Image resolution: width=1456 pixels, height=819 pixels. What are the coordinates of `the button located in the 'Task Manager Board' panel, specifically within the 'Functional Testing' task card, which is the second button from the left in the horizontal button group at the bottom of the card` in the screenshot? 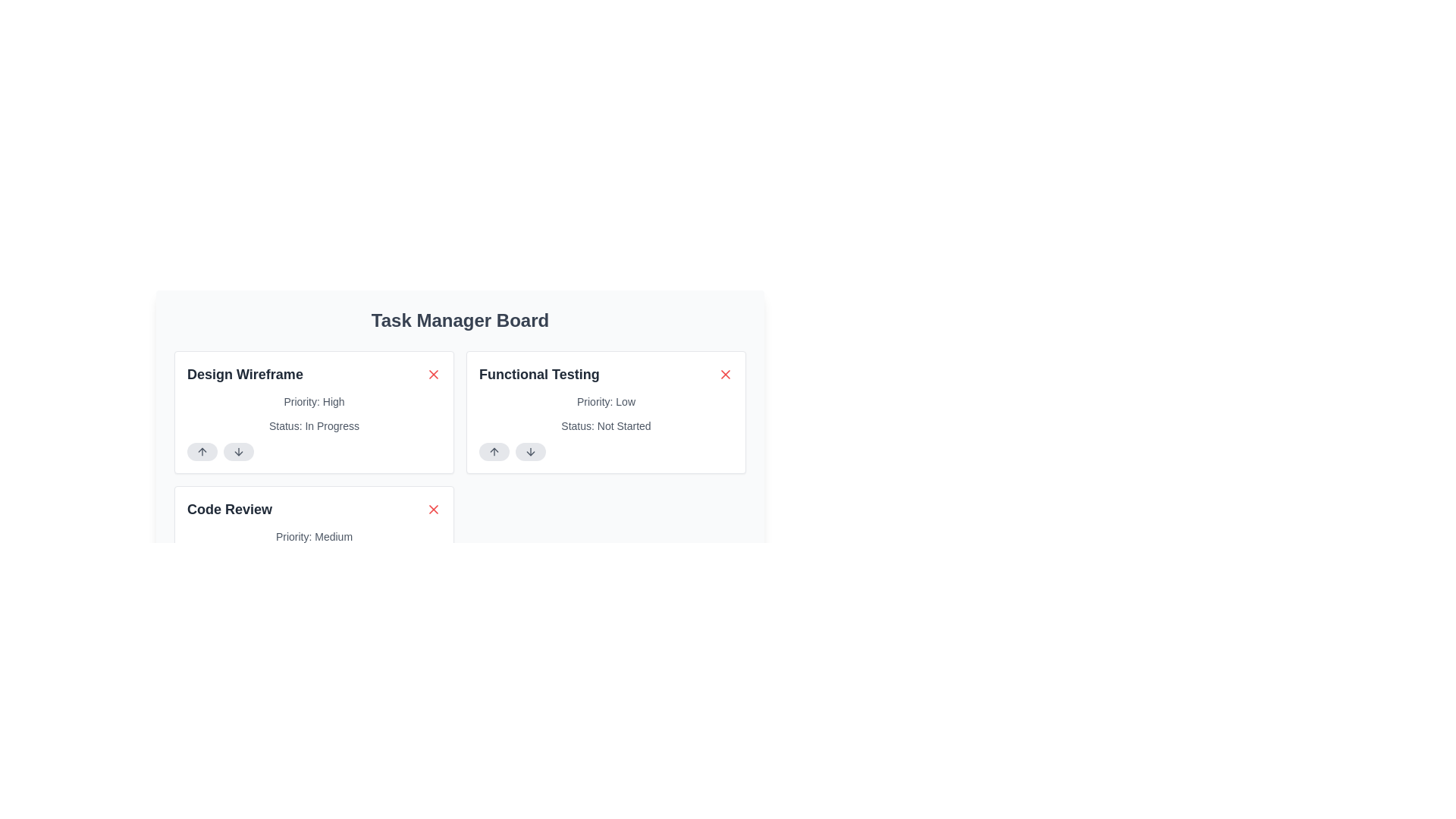 It's located at (531, 451).